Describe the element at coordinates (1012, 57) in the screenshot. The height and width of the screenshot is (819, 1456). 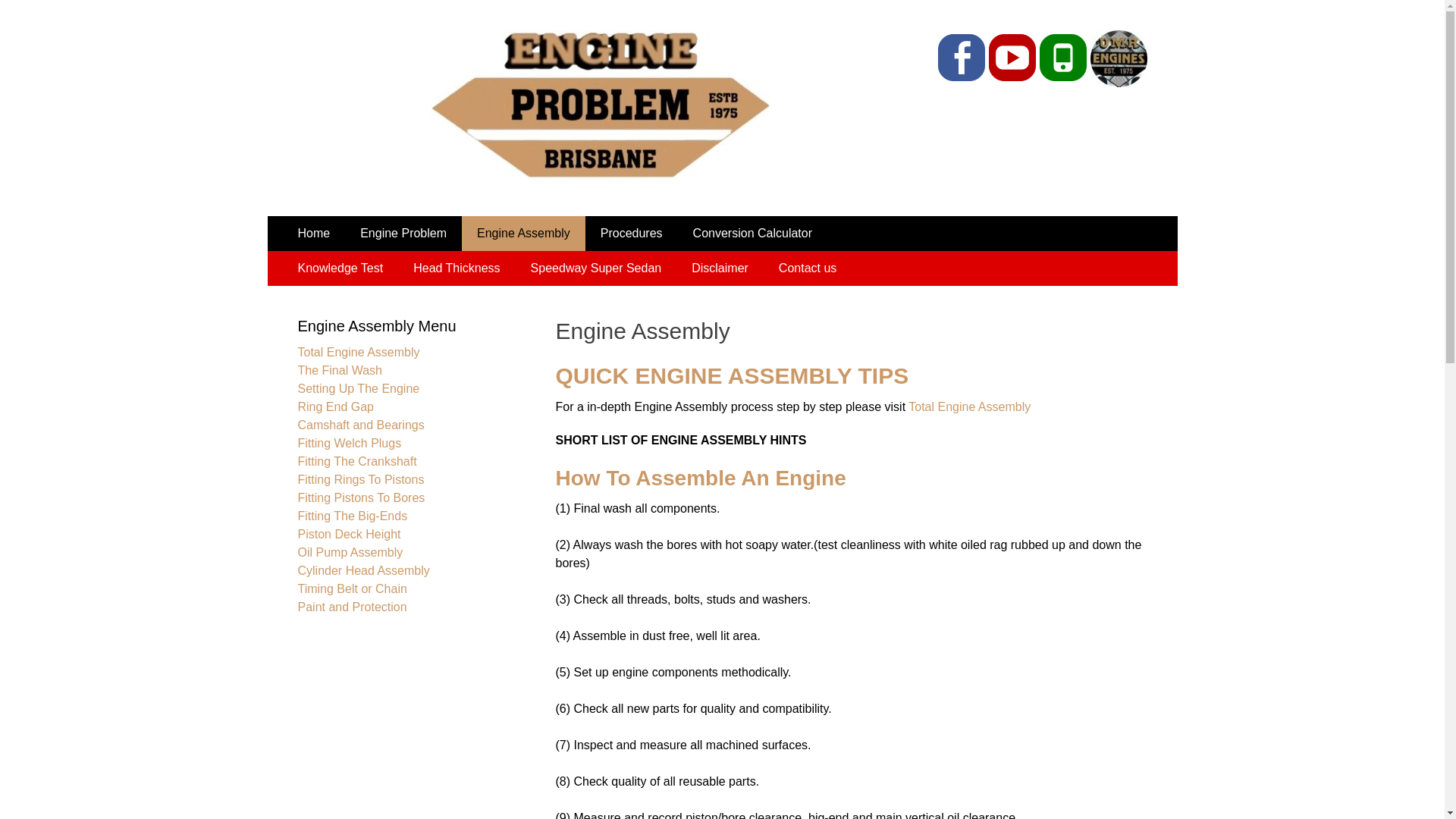
I see `'YouTube'` at that location.